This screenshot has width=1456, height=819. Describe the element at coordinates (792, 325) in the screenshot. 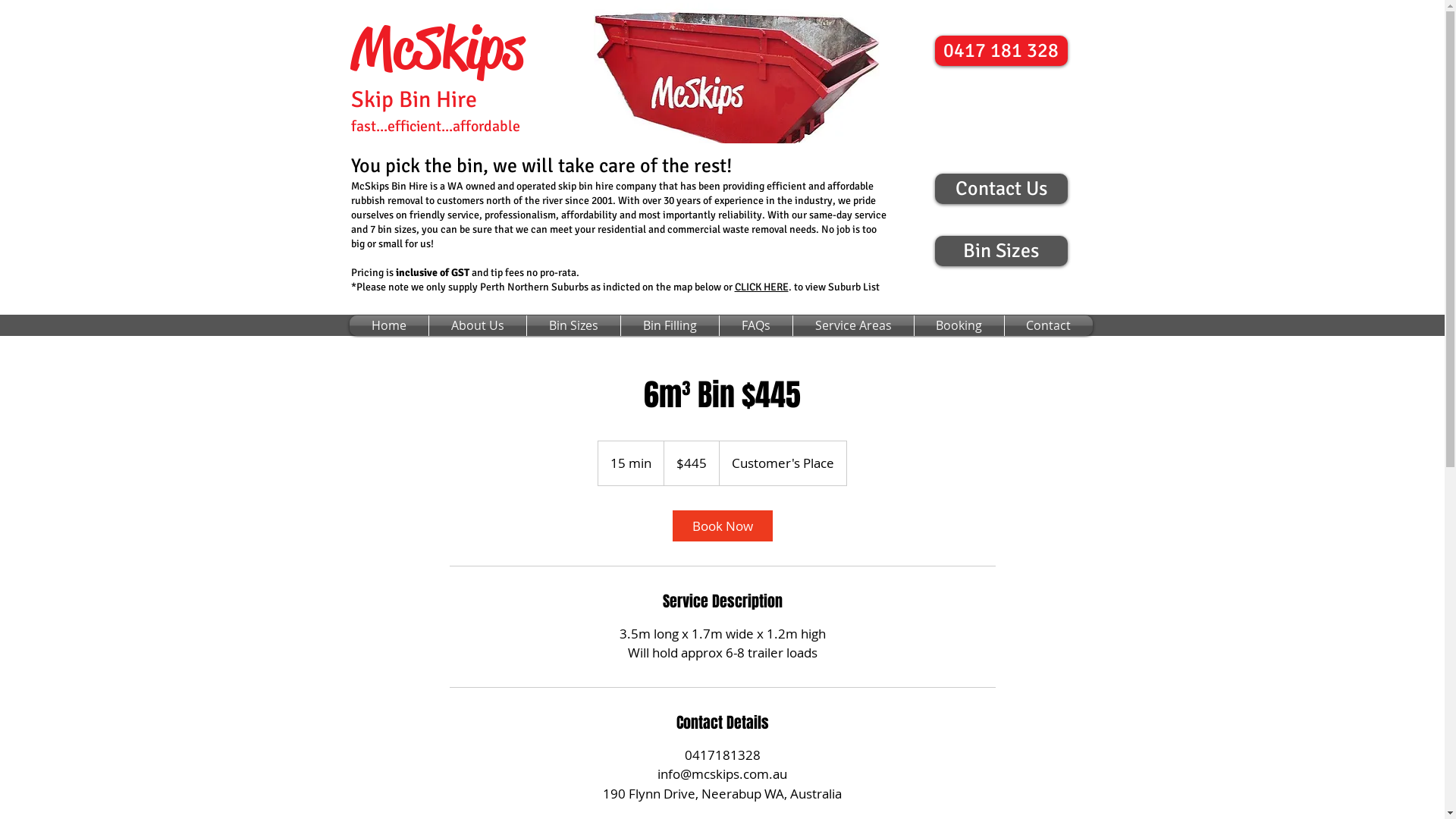

I see `'Service Areas'` at that location.